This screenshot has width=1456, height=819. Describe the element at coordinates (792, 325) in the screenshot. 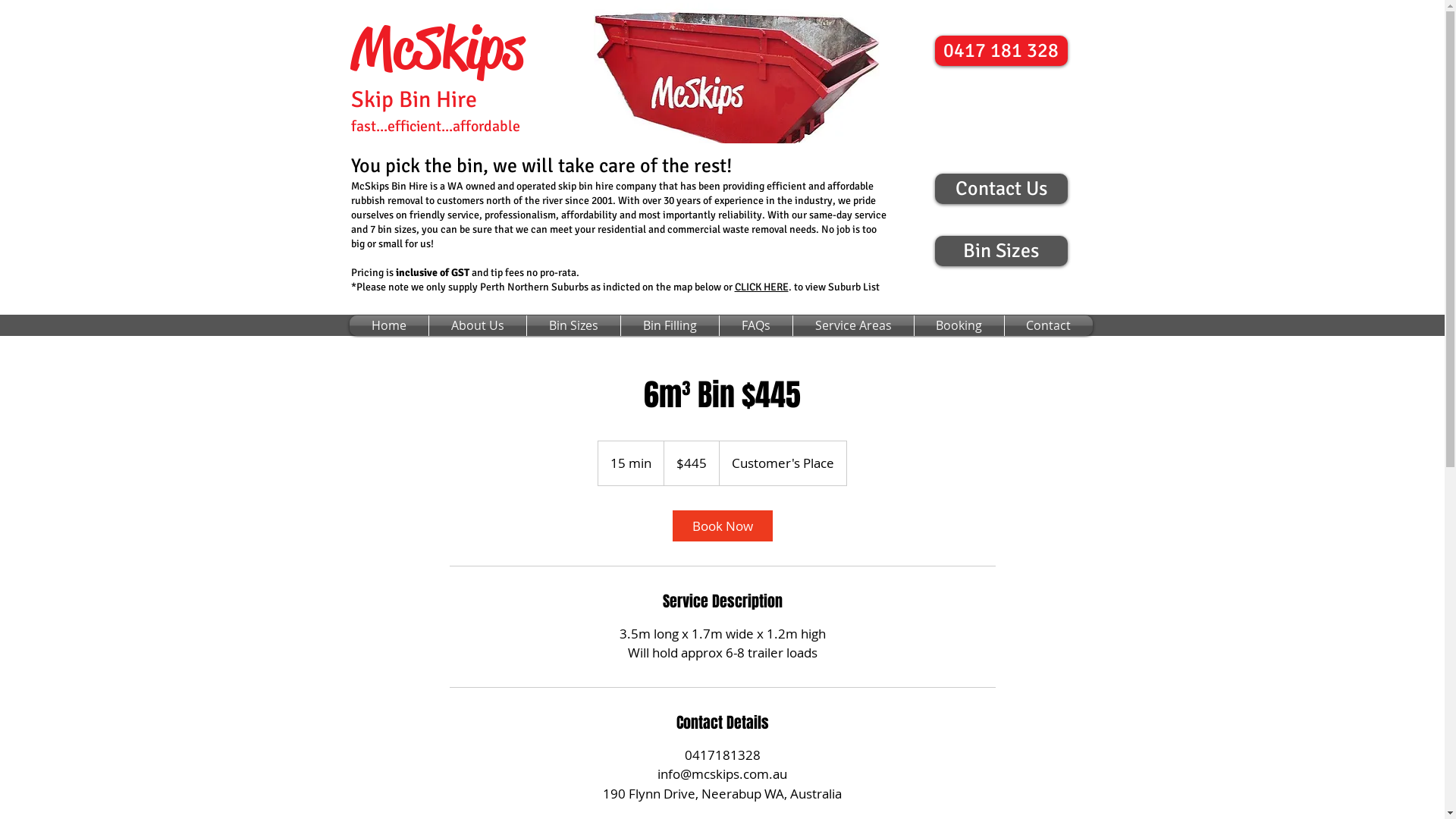

I see `'Service Areas'` at that location.